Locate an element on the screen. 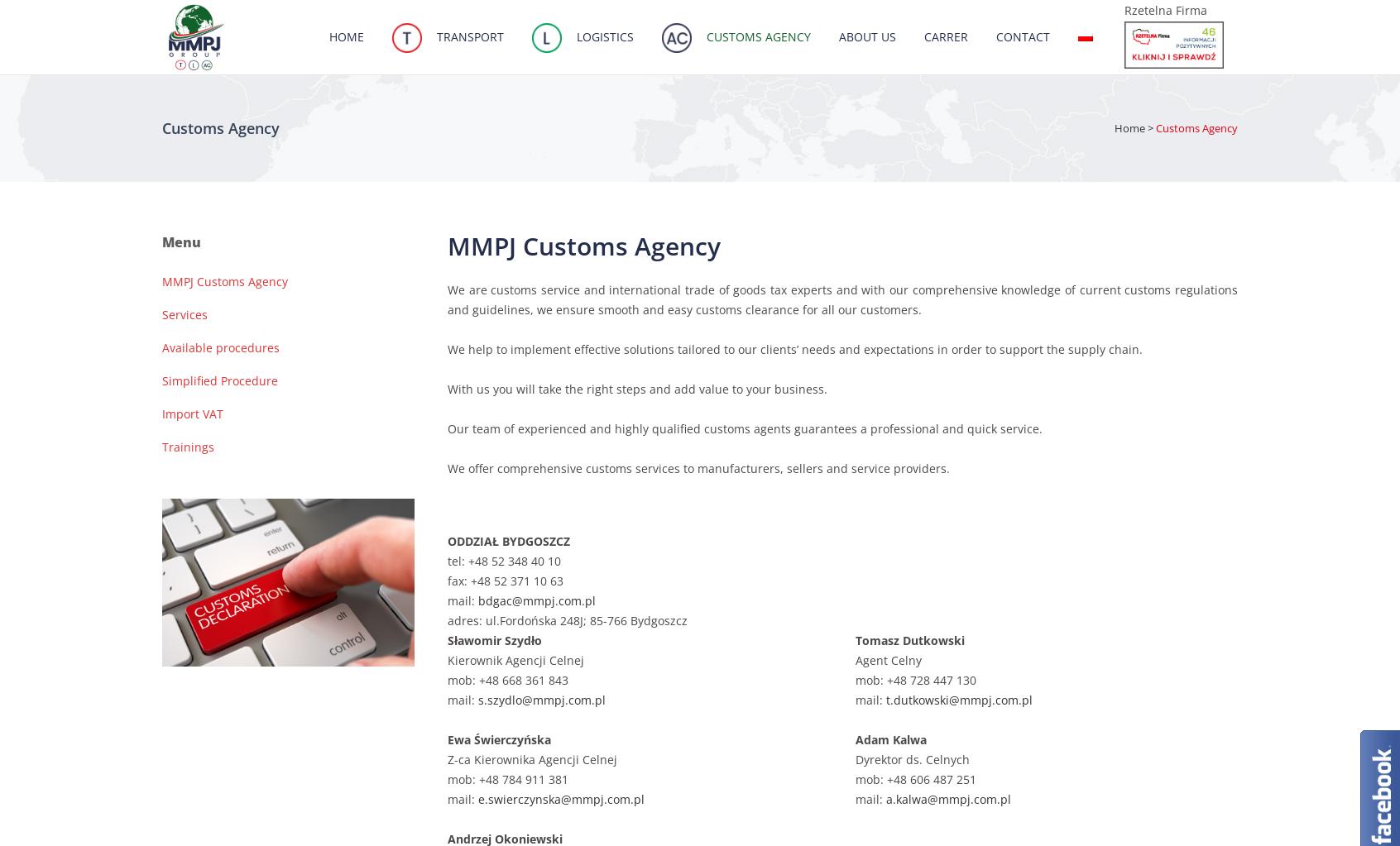 Image resolution: width=1400 pixels, height=846 pixels. 'mob: +48 668 361 843' is located at coordinates (507, 680).